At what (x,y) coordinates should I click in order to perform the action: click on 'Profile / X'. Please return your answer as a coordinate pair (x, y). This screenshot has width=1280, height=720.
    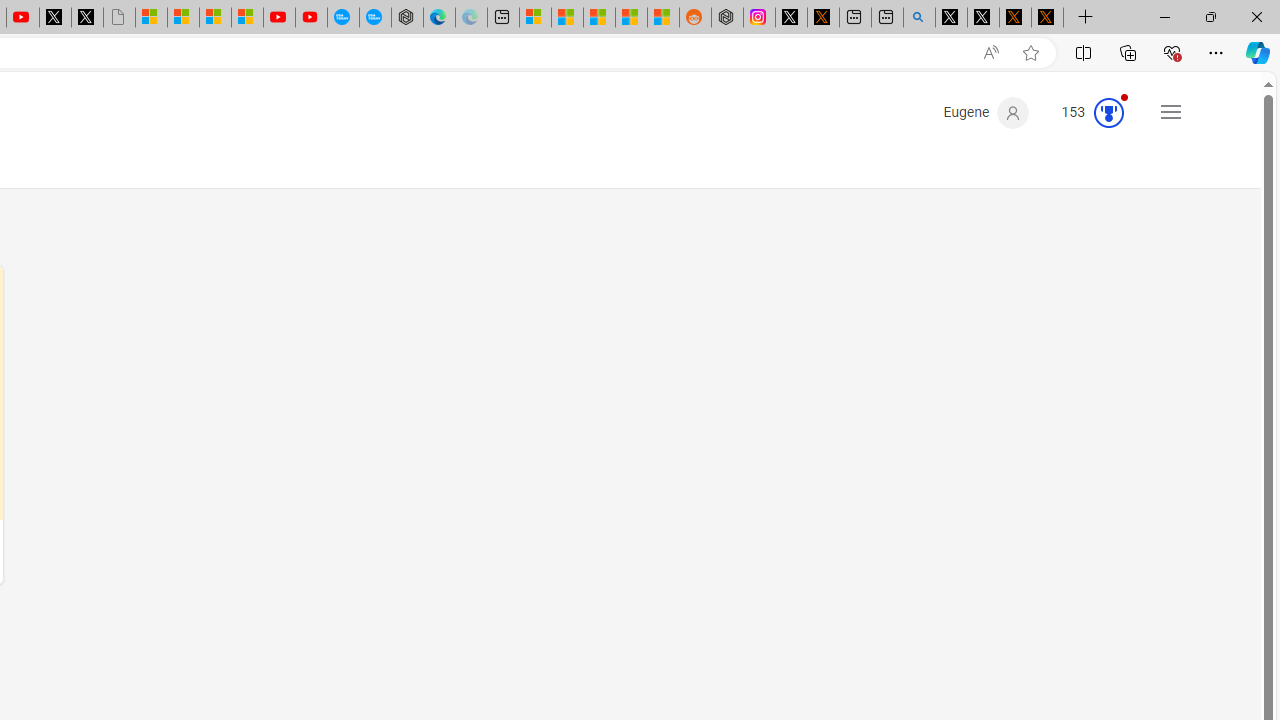
    Looking at the image, I should click on (950, 17).